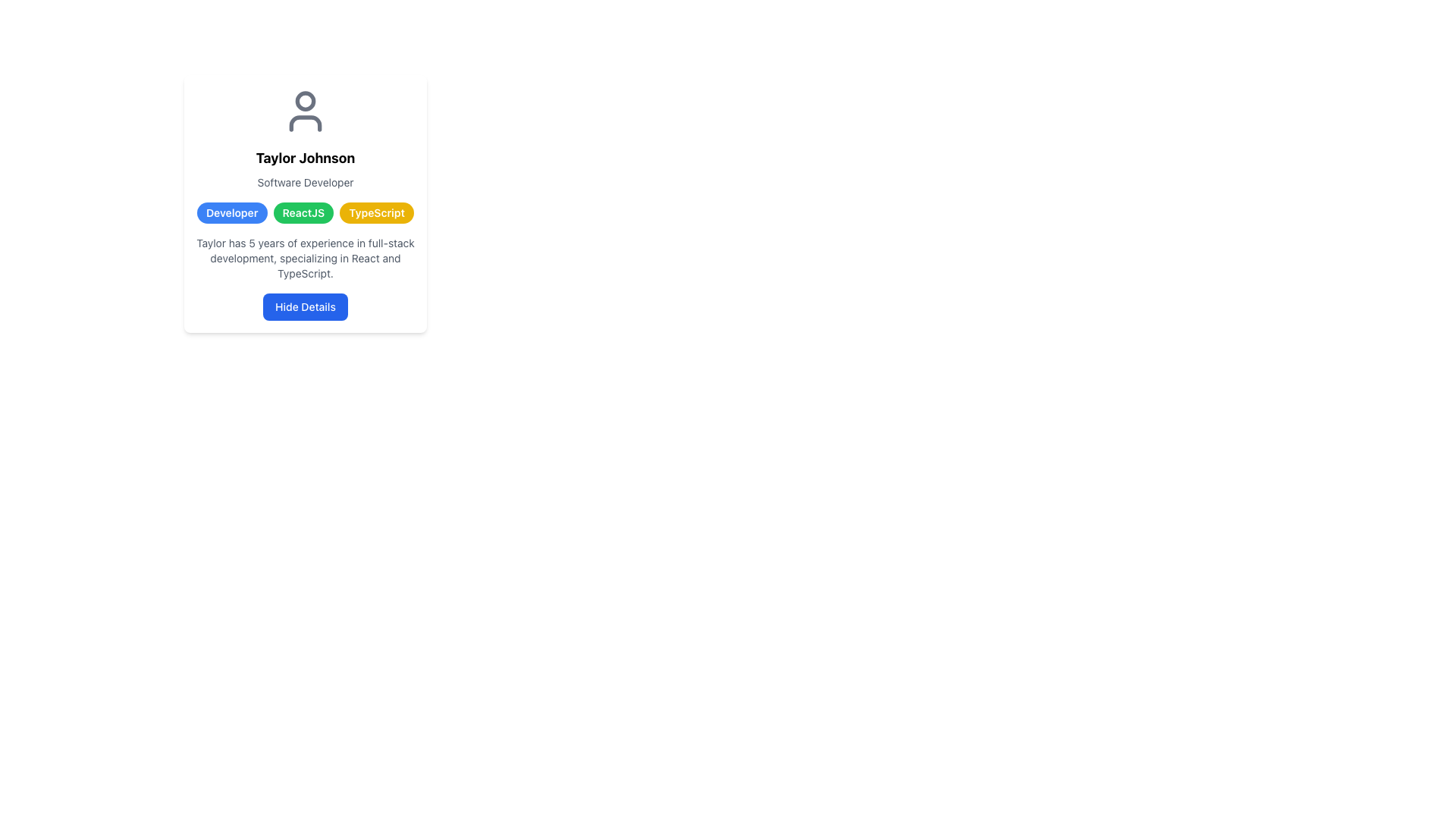  I want to click on the content of the rounded rectangular badge displaying 'TypeScript' in bold white font on a yellow background, located beneath the title 'Taylor Johnson' and 'Software Developer'. It is the third badge in the sequence, so click(377, 213).